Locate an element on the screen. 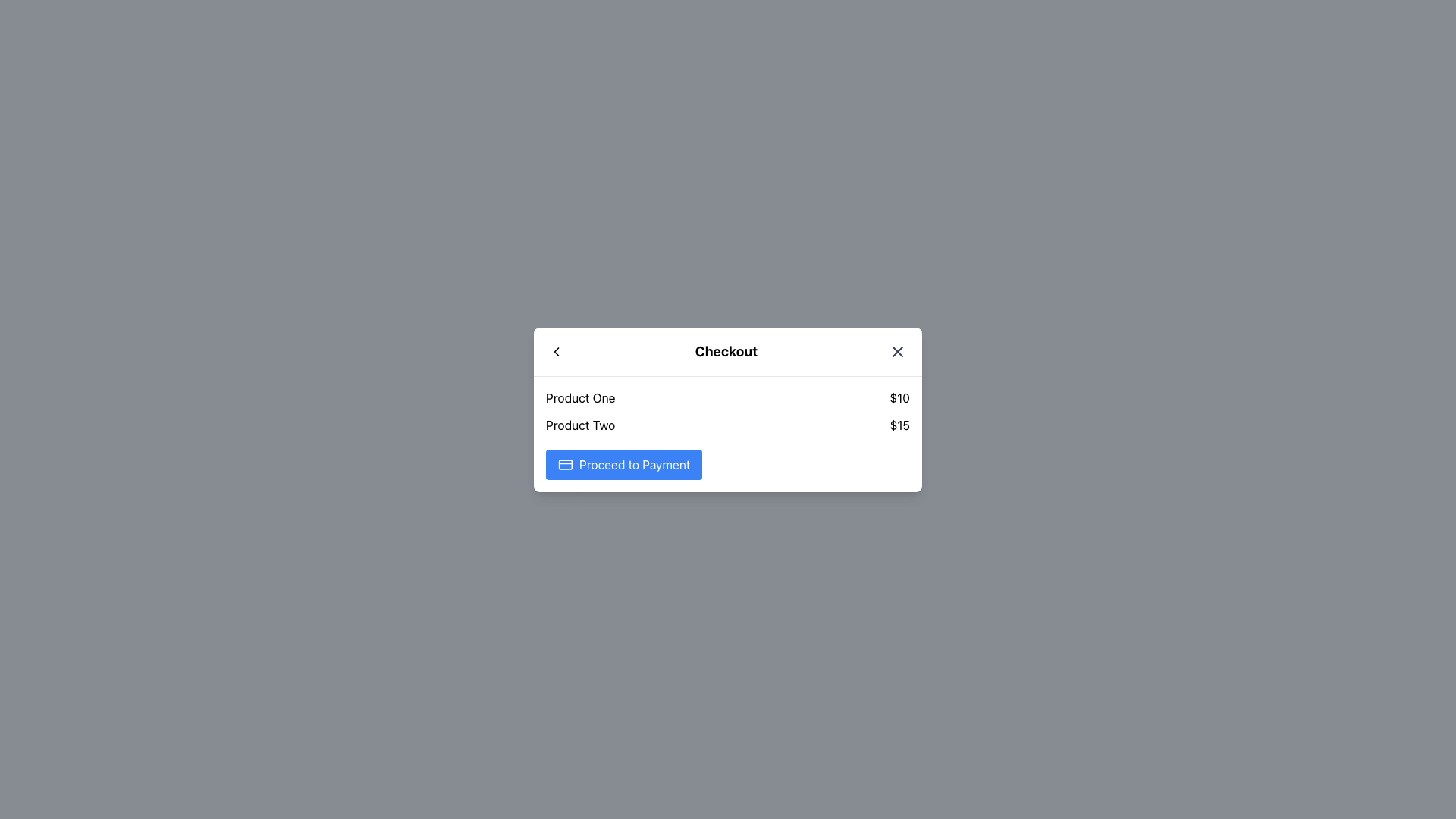  the payment or credit card icon located to the left of the 'Proceed to Payment' button at the bottom of the checkout modal is located at coordinates (564, 463).